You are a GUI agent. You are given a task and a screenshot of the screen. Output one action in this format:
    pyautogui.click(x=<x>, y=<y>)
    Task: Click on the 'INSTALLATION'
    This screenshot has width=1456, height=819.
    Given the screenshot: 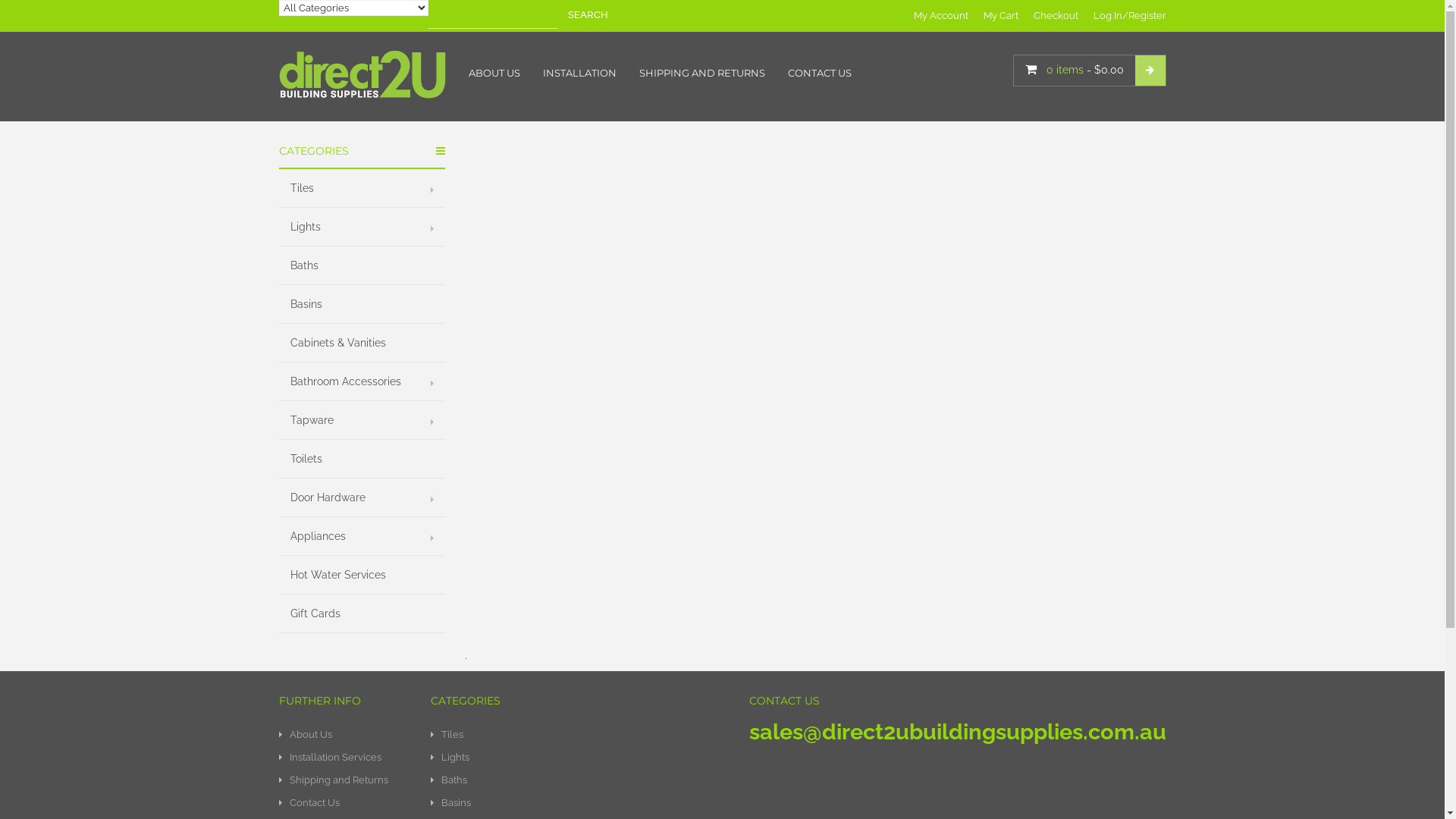 What is the action you would take?
    pyautogui.click(x=578, y=73)
    